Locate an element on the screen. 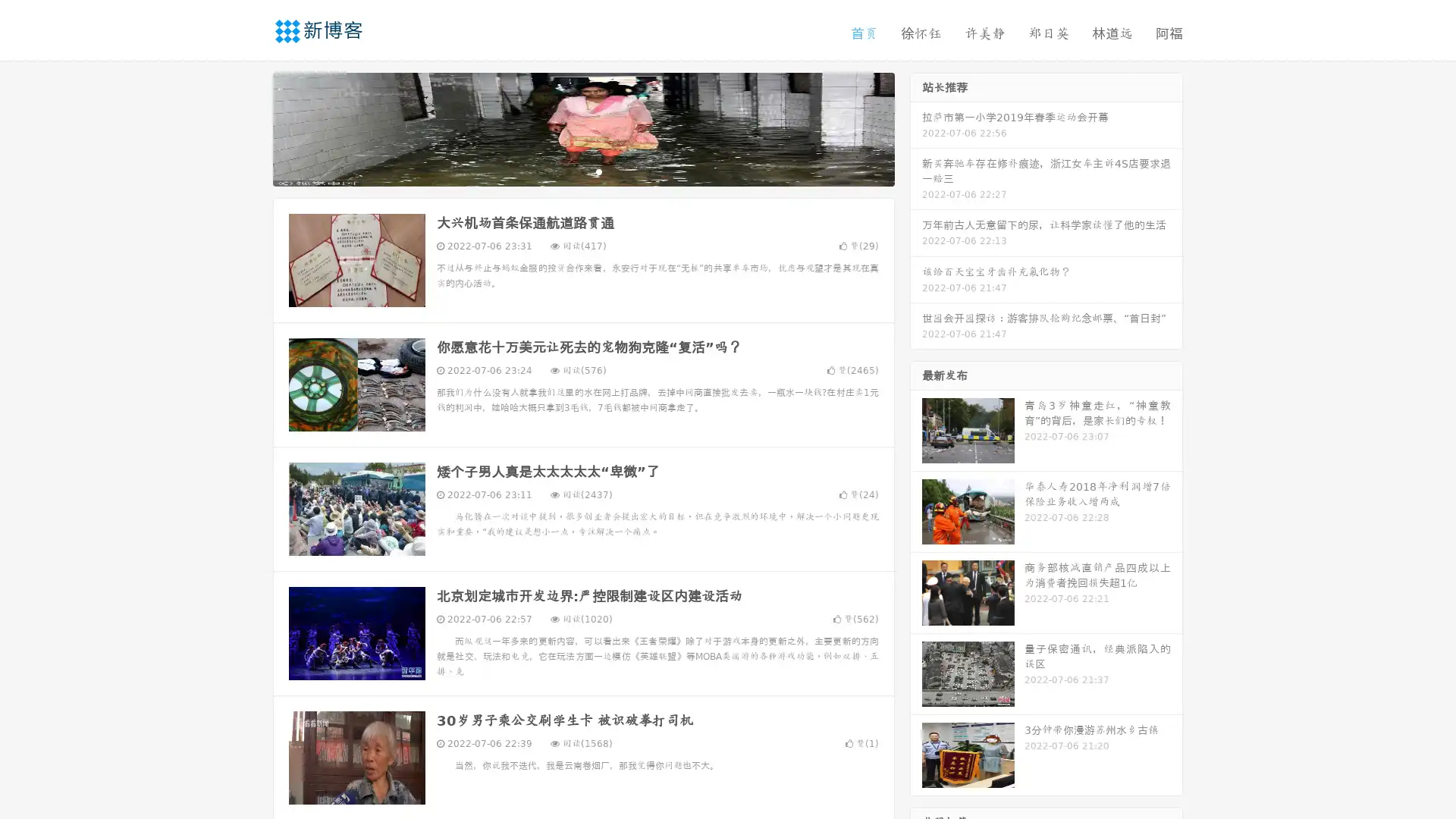 The image size is (1456, 819). Go to slide 3 is located at coordinates (598, 171).